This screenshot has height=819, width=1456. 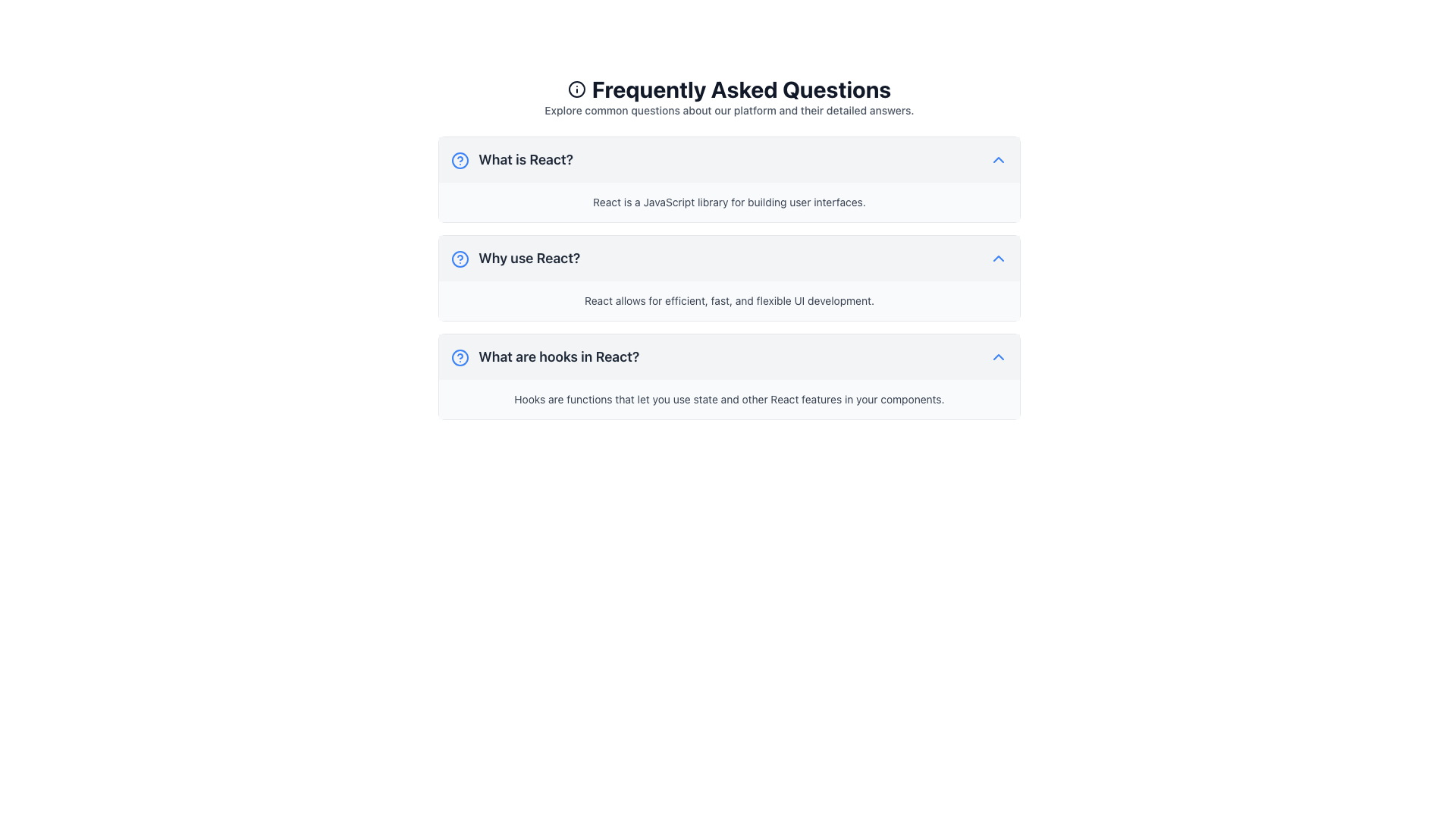 What do you see at coordinates (729, 201) in the screenshot?
I see `text from the rectangular Text block with a light gray background that contains the text 'React is a JavaScript library for building user interfaces.'` at bounding box center [729, 201].